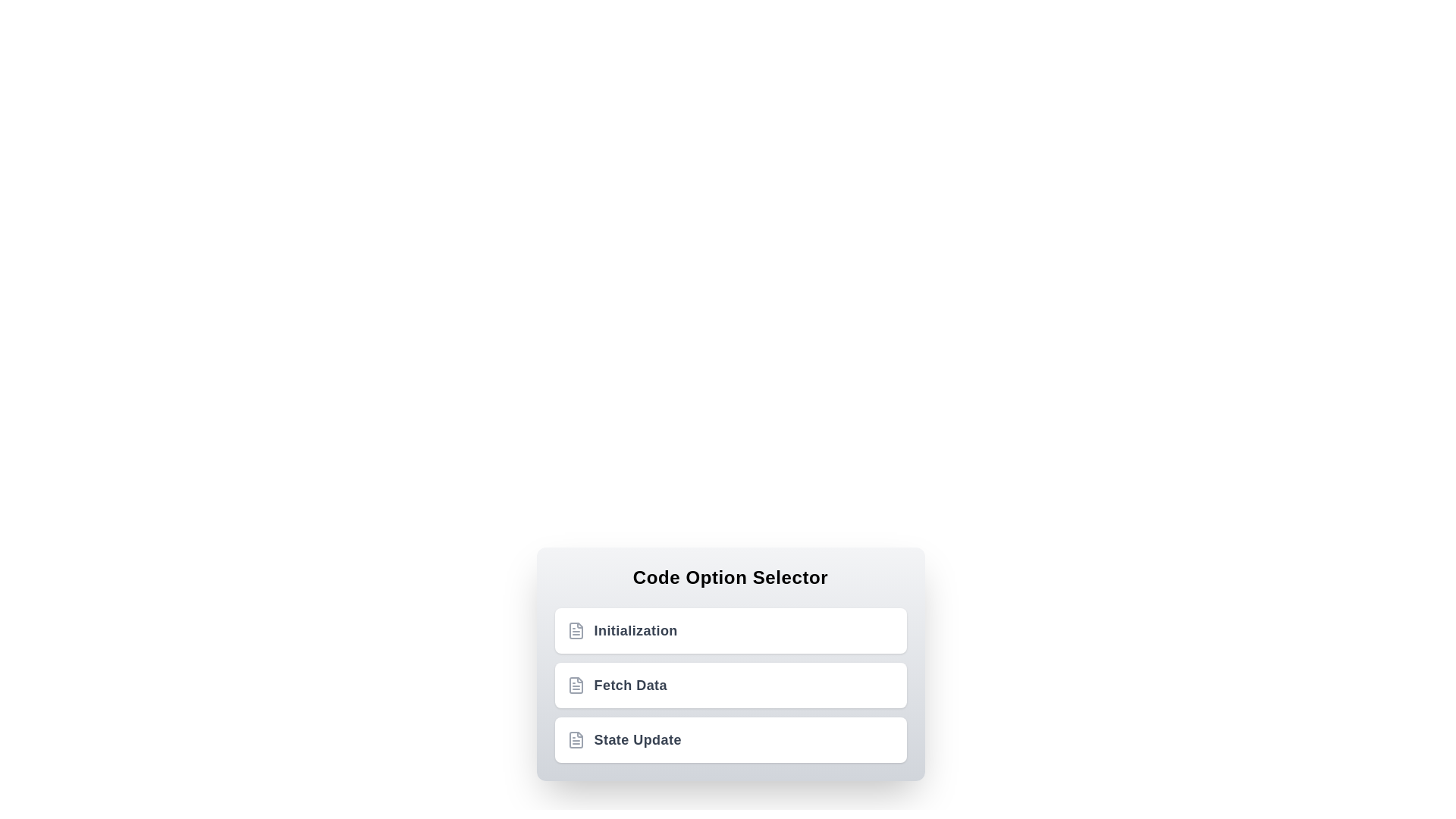 The image size is (1456, 819). I want to click on the second block labeled 'Fetch Data' within the 'Code Option Selector' component, which contains similar blocks for selection, so click(730, 663).